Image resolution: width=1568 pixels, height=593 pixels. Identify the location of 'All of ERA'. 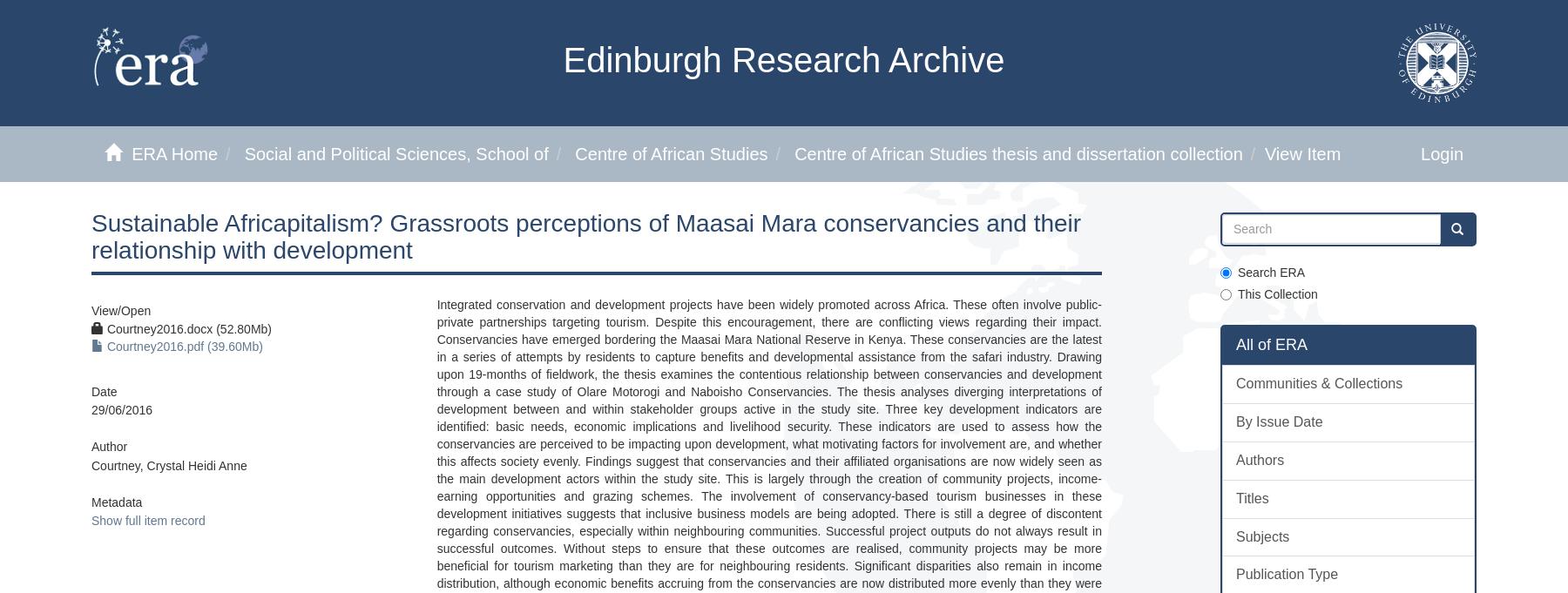
(1270, 344).